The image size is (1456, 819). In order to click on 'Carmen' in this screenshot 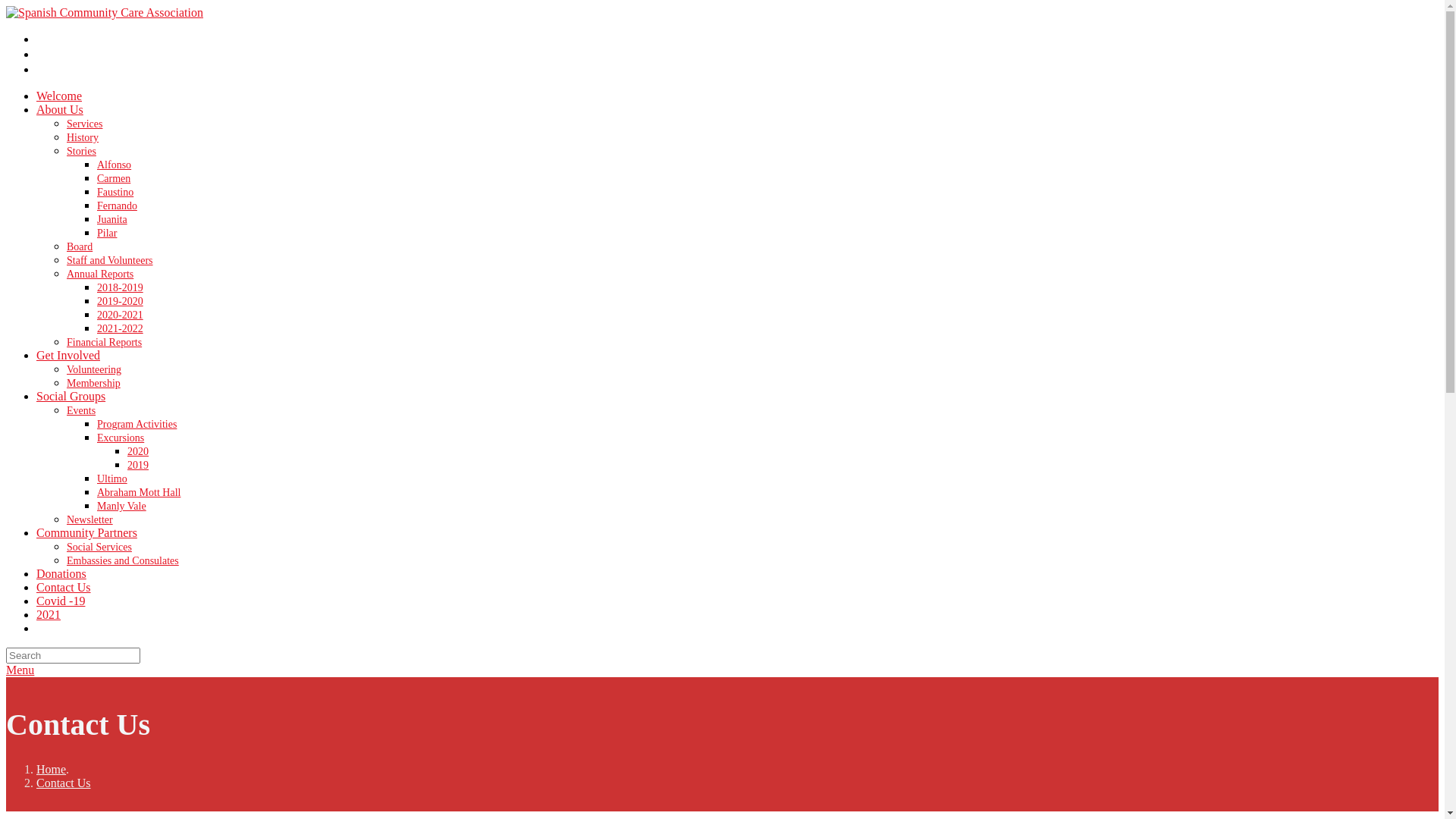, I will do `click(112, 177)`.